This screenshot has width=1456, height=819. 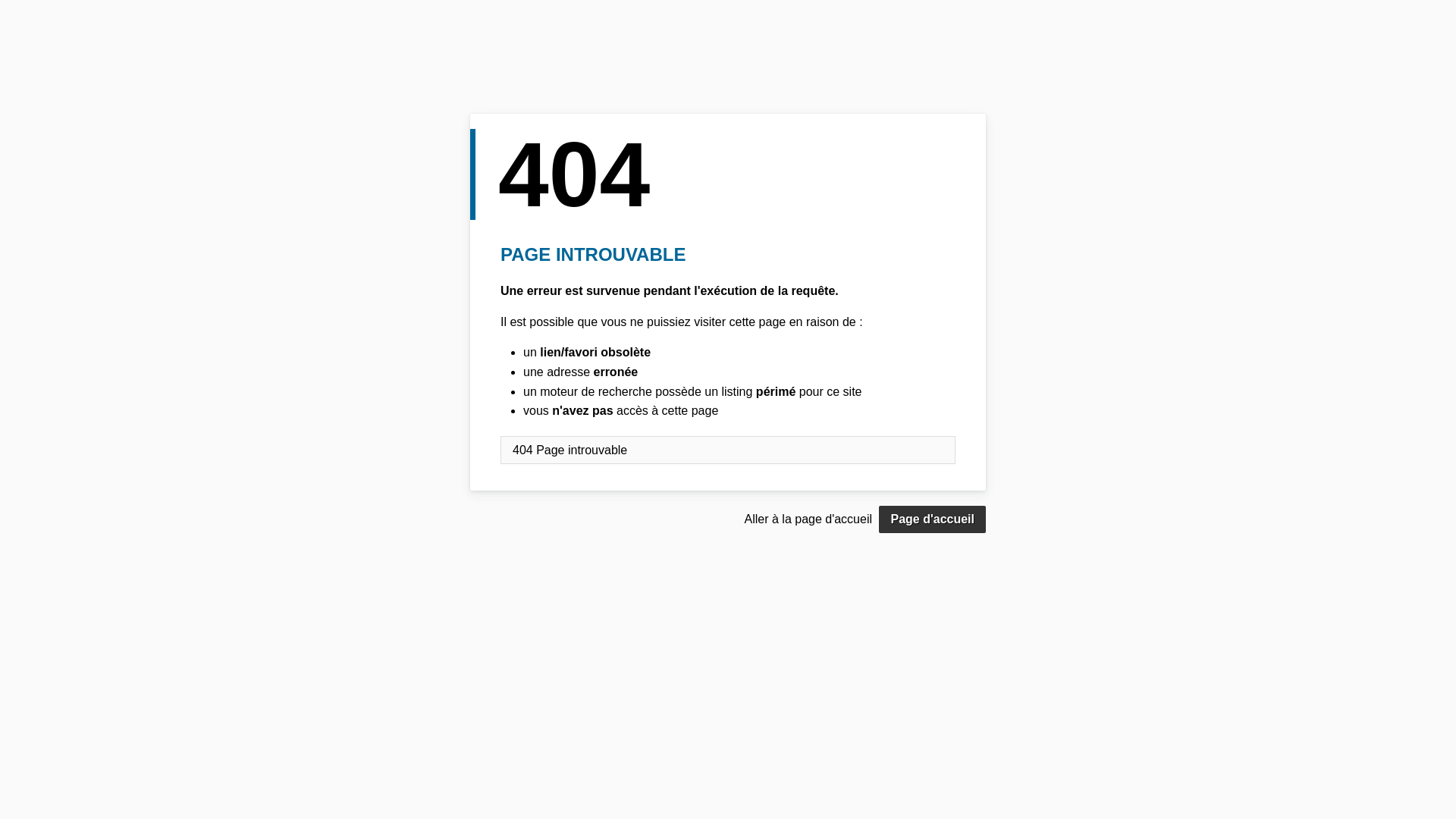 I want to click on 'Page d'accueil', so click(x=931, y=519).